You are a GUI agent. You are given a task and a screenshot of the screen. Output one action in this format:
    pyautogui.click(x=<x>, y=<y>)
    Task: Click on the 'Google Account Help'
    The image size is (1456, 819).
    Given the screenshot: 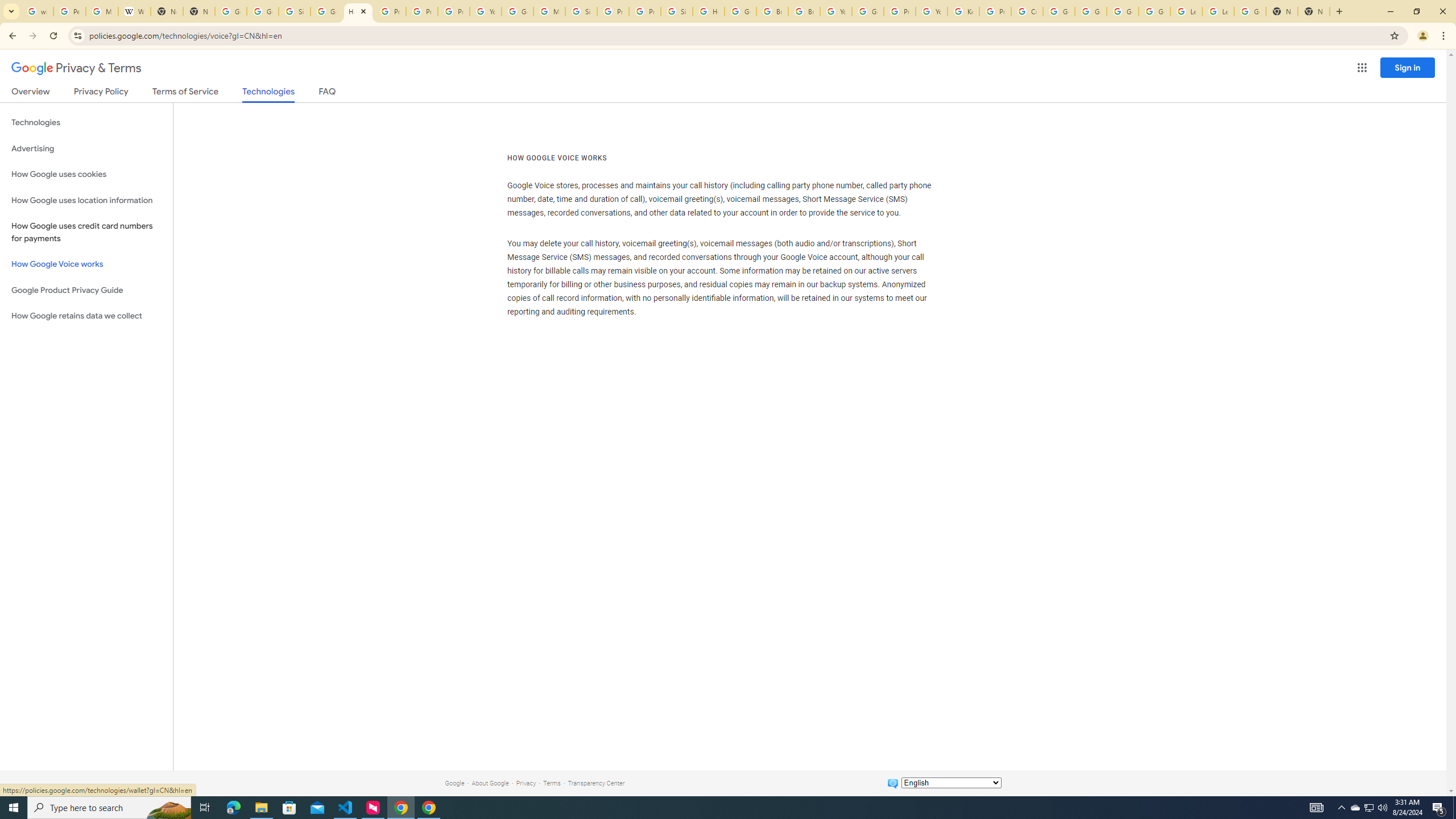 What is the action you would take?
    pyautogui.click(x=1123, y=11)
    